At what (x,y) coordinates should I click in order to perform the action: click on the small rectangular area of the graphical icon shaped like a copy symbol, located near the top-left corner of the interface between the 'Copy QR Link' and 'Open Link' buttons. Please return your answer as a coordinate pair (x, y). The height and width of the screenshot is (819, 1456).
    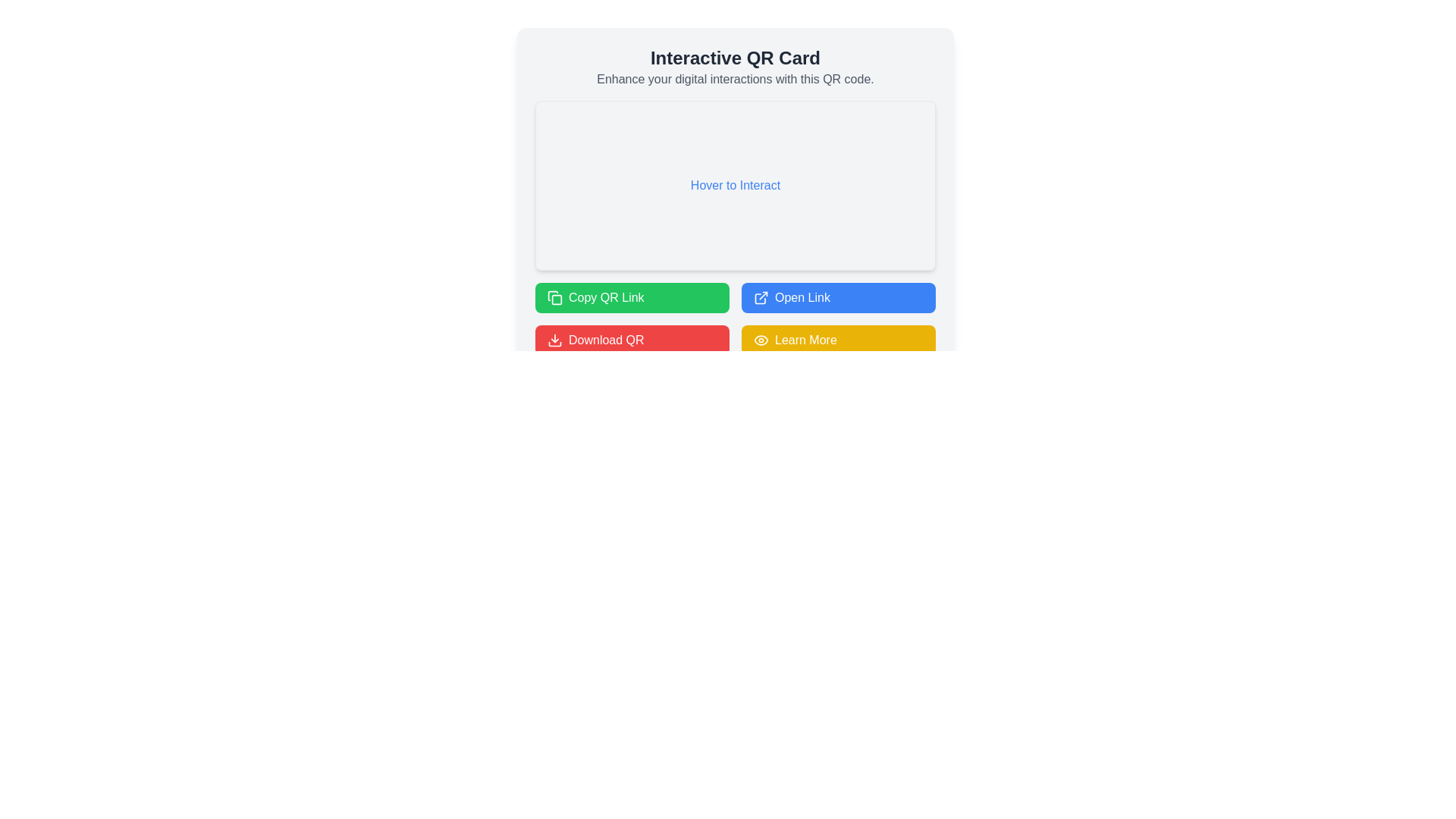
    Looking at the image, I should click on (552, 296).